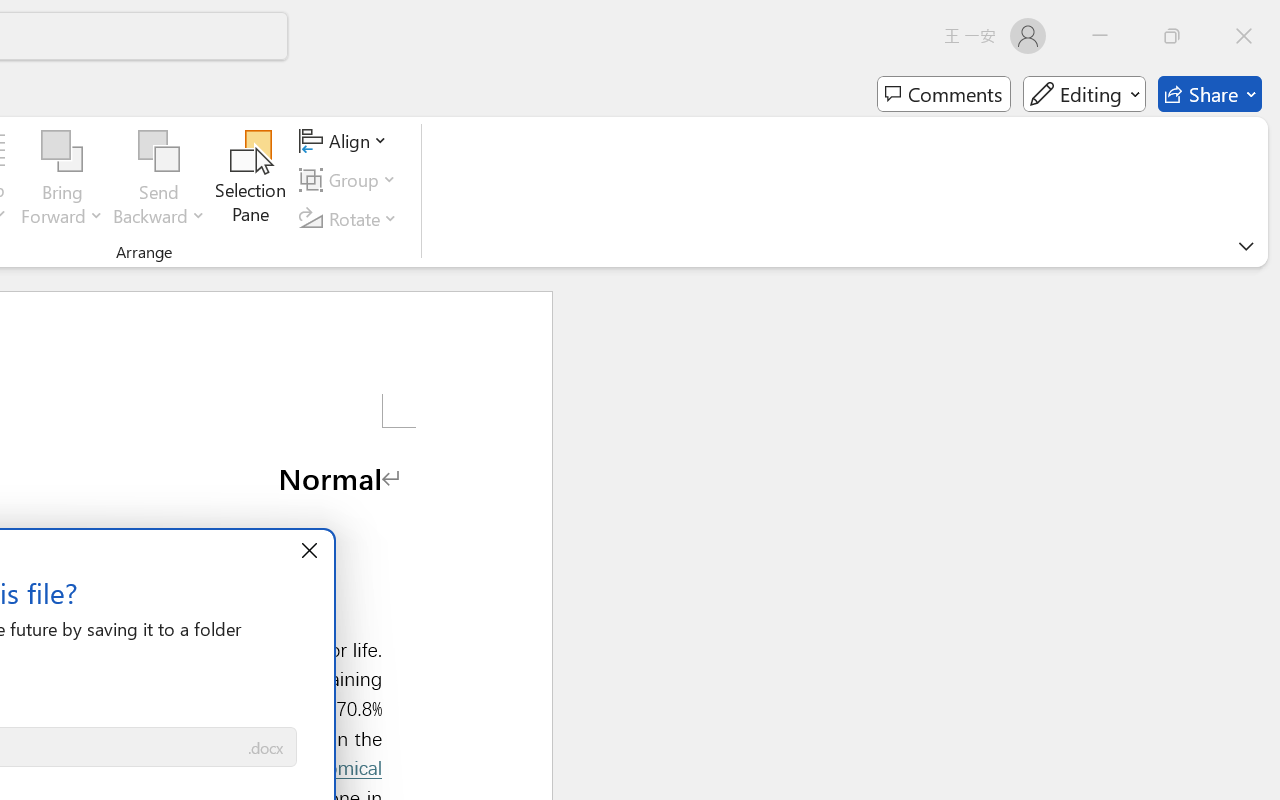  I want to click on 'Selection Pane...', so click(250, 179).